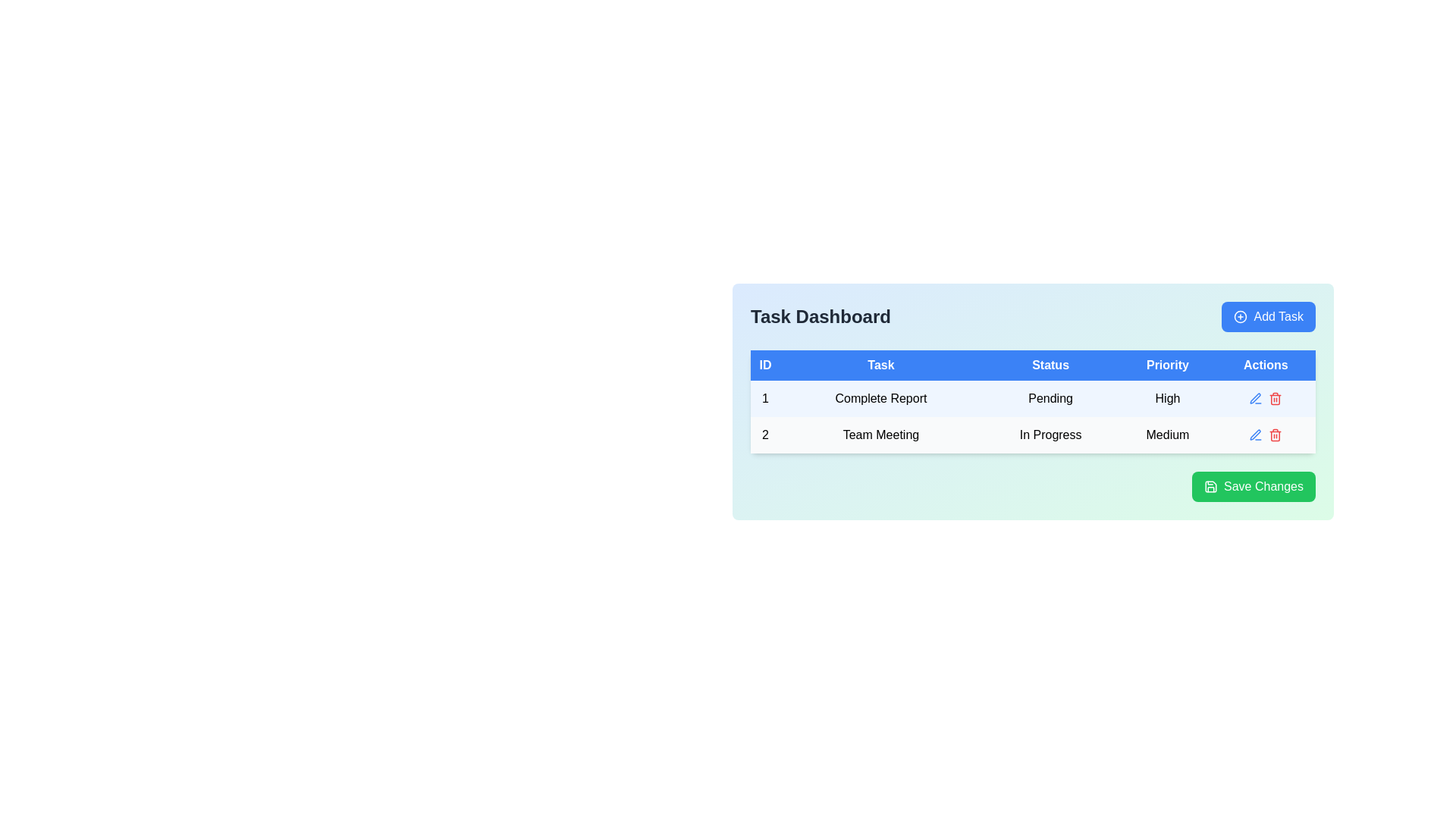 The image size is (1456, 819). Describe the element at coordinates (1050, 435) in the screenshot. I see `the 'In Progress' text label located in the third cell of the second row under the 'Status' column, adjacent to the 'Team Meeting' task in the table` at that location.